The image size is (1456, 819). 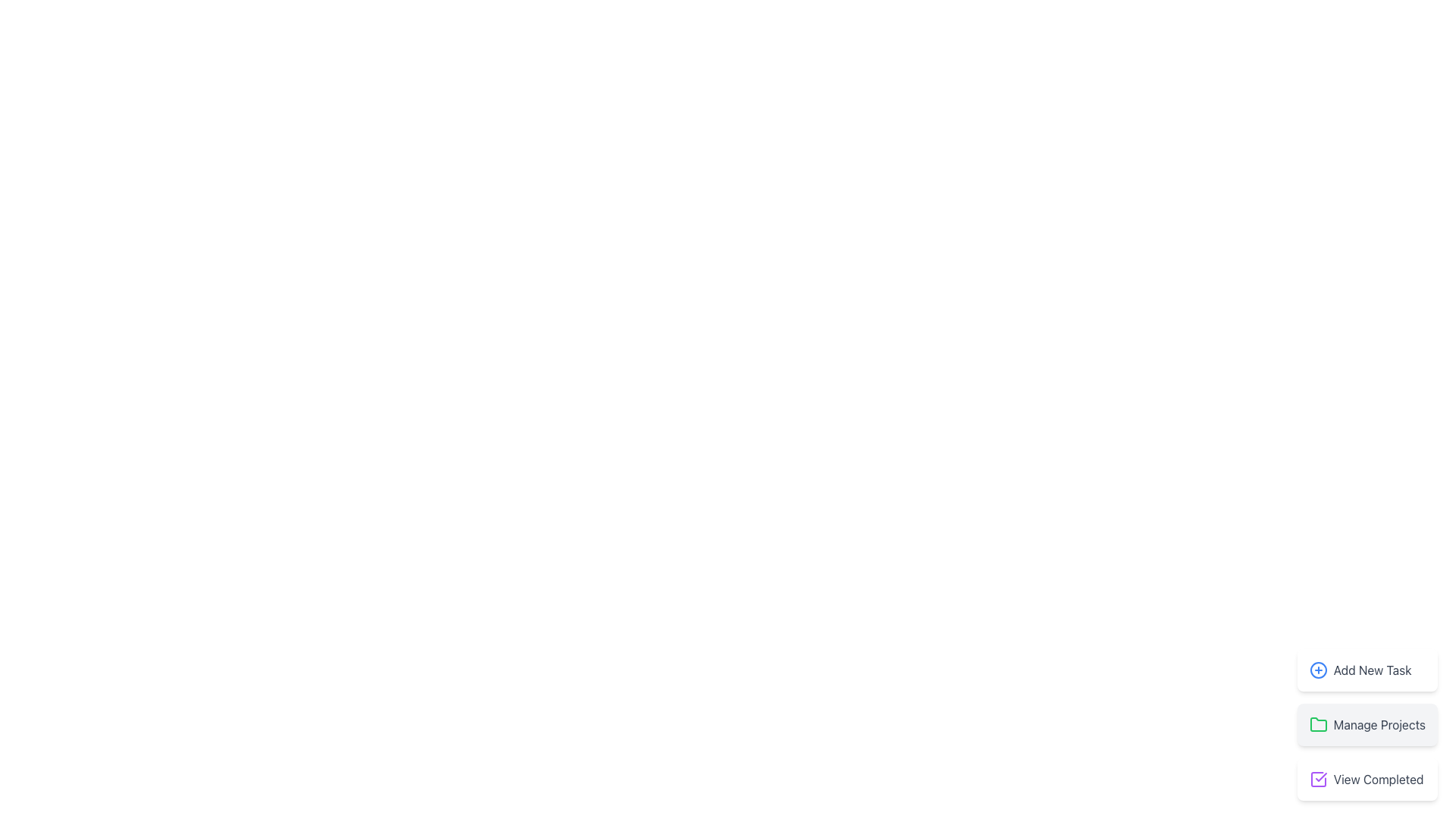 What do you see at coordinates (1367, 669) in the screenshot?
I see `the 'Add Task' button, which is the first button in the bottom-right corner of the interface` at bounding box center [1367, 669].